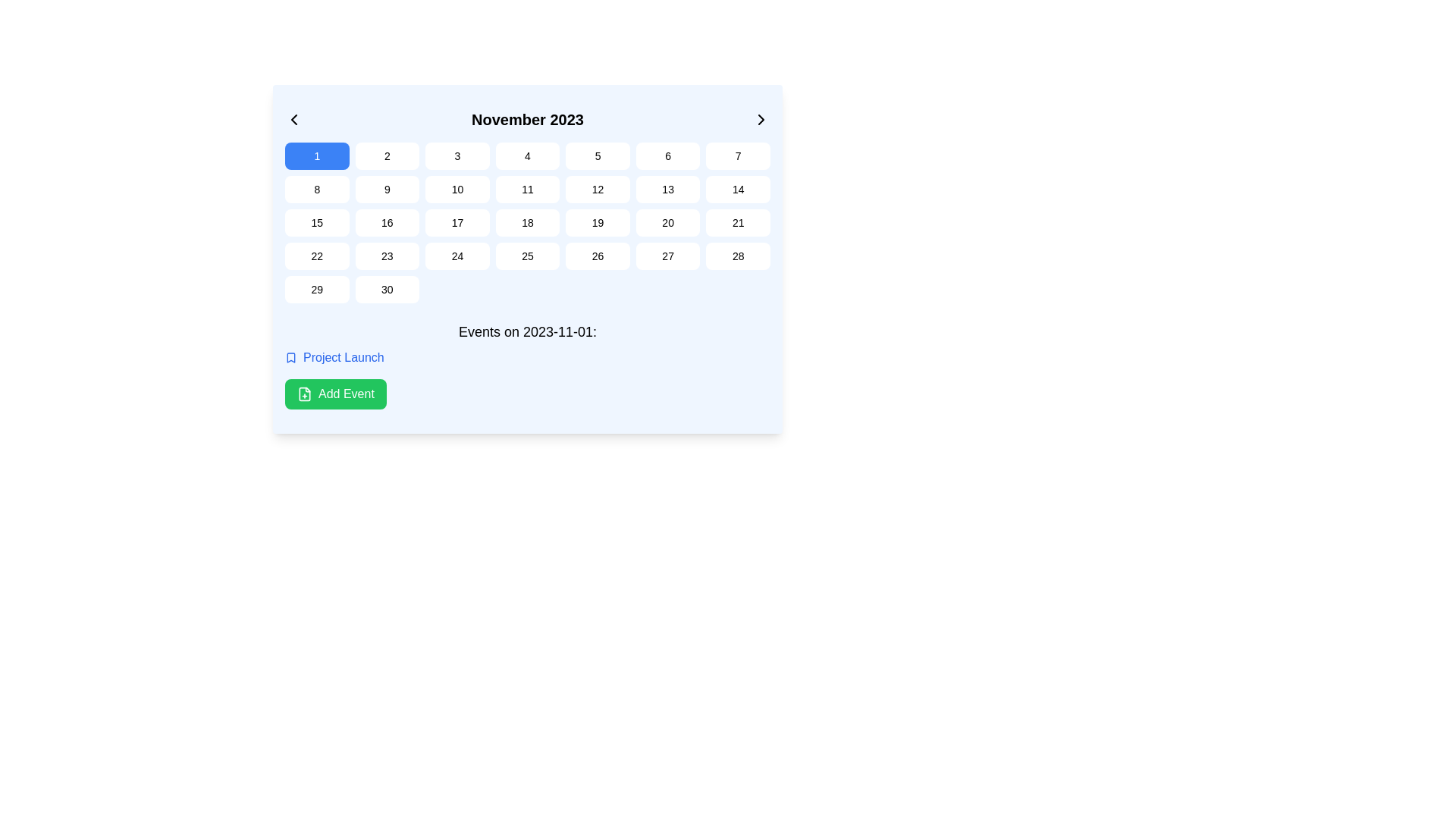 This screenshot has width=1456, height=819. Describe the element at coordinates (528, 155) in the screenshot. I see `the button representing the selectable day in the calendar located in the first row, fourth column, positioned between '3' and '5'` at that location.